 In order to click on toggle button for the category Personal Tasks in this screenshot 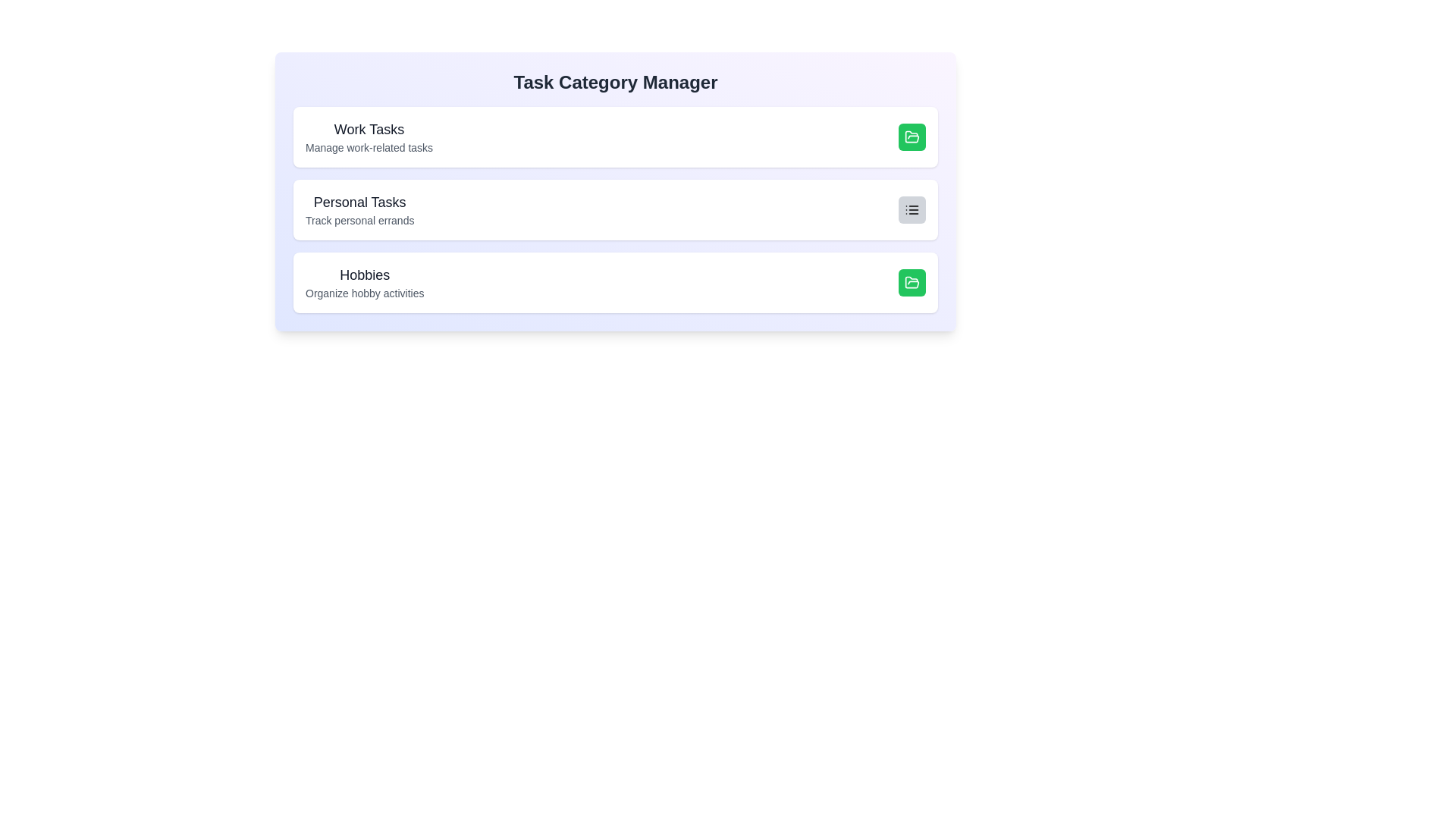, I will do `click(912, 210)`.